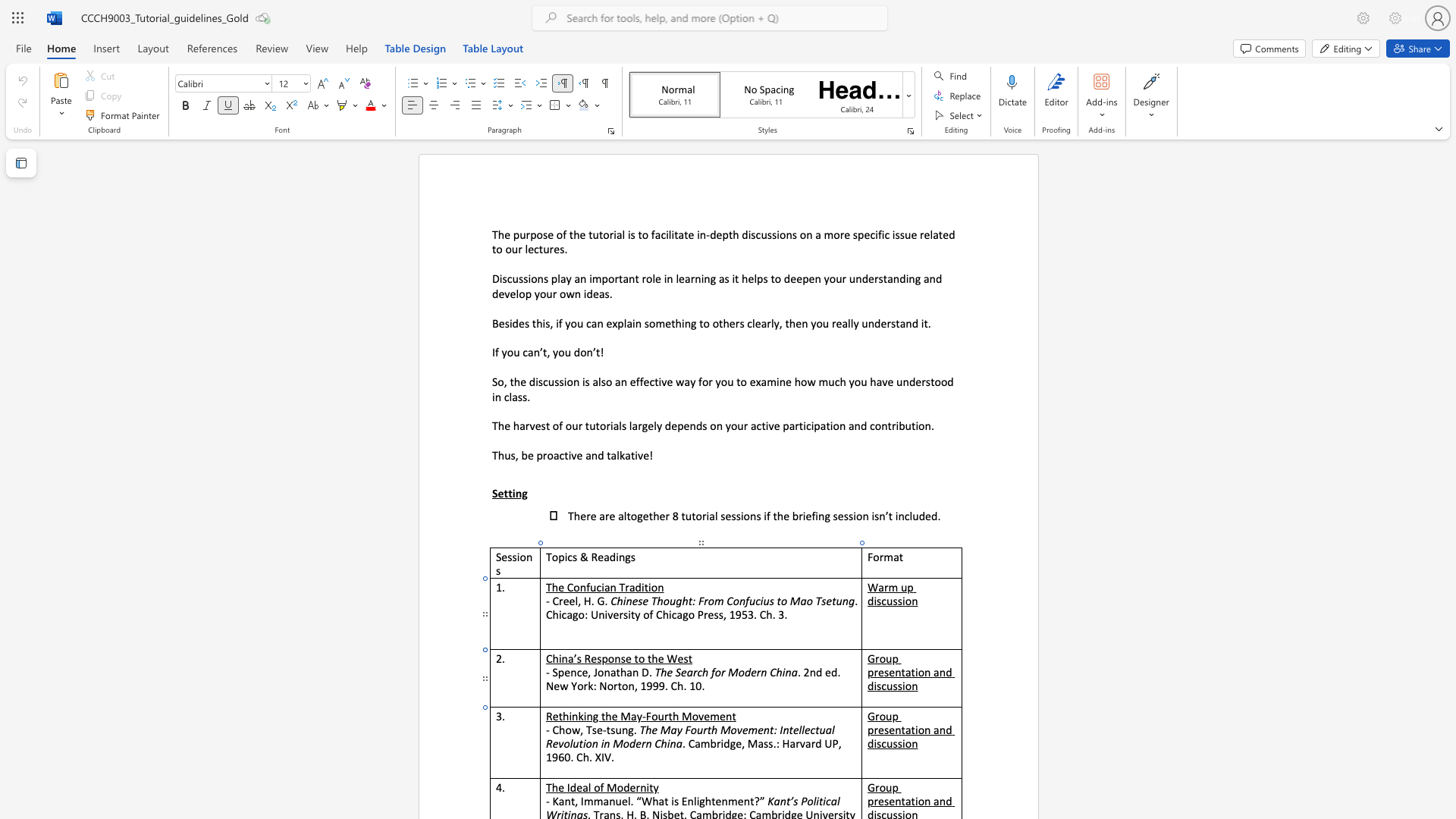  I want to click on the space between the continuous character "r" and "c" in the text, so click(696, 671).